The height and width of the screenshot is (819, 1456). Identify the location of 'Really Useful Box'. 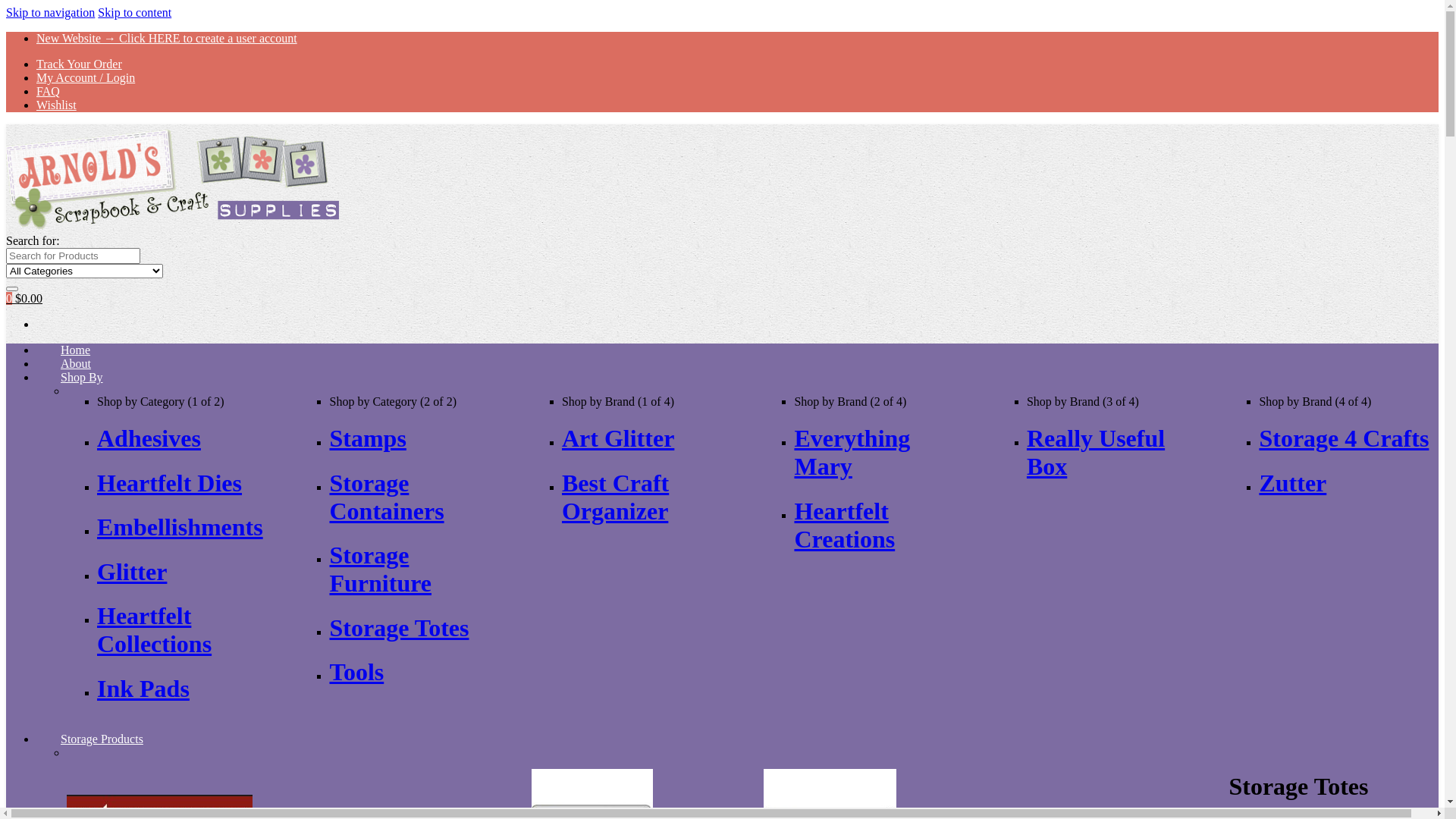
(1095, 451).